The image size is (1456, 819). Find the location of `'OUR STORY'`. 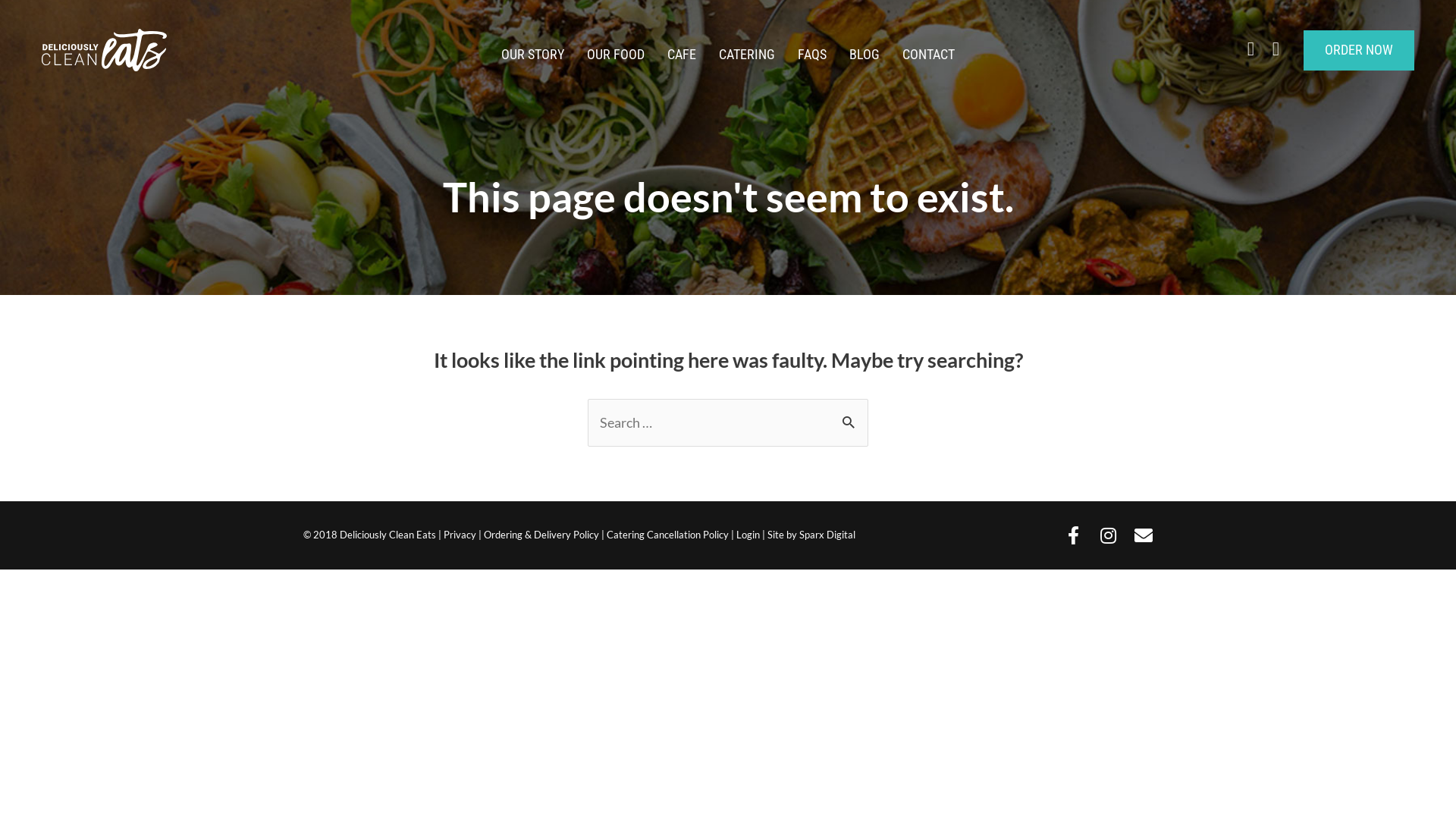

'OUR STORY' is located at coordinates (490, 54).